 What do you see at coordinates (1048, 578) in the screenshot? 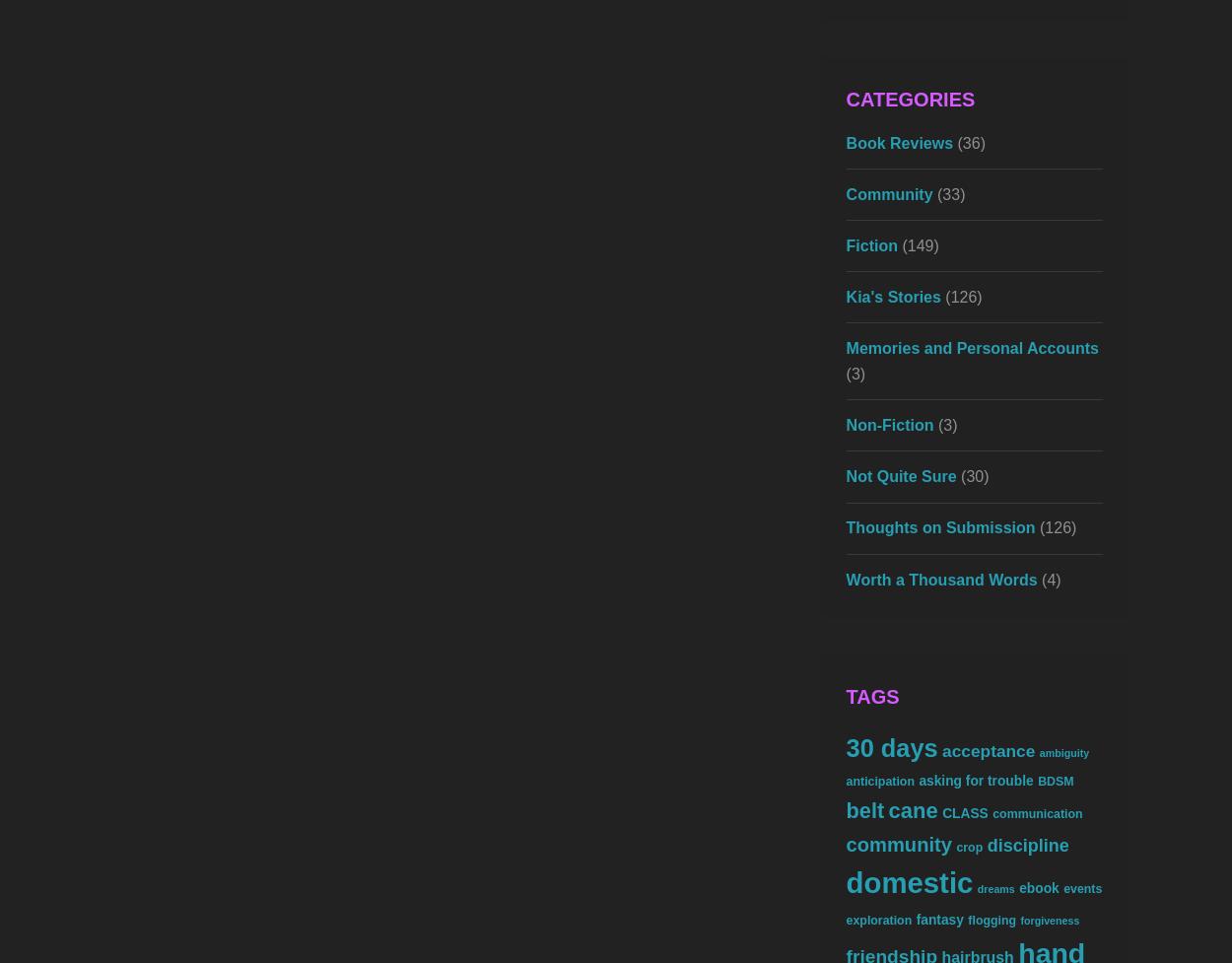
I see `'(4)'` at bounding box center [1048, 578].